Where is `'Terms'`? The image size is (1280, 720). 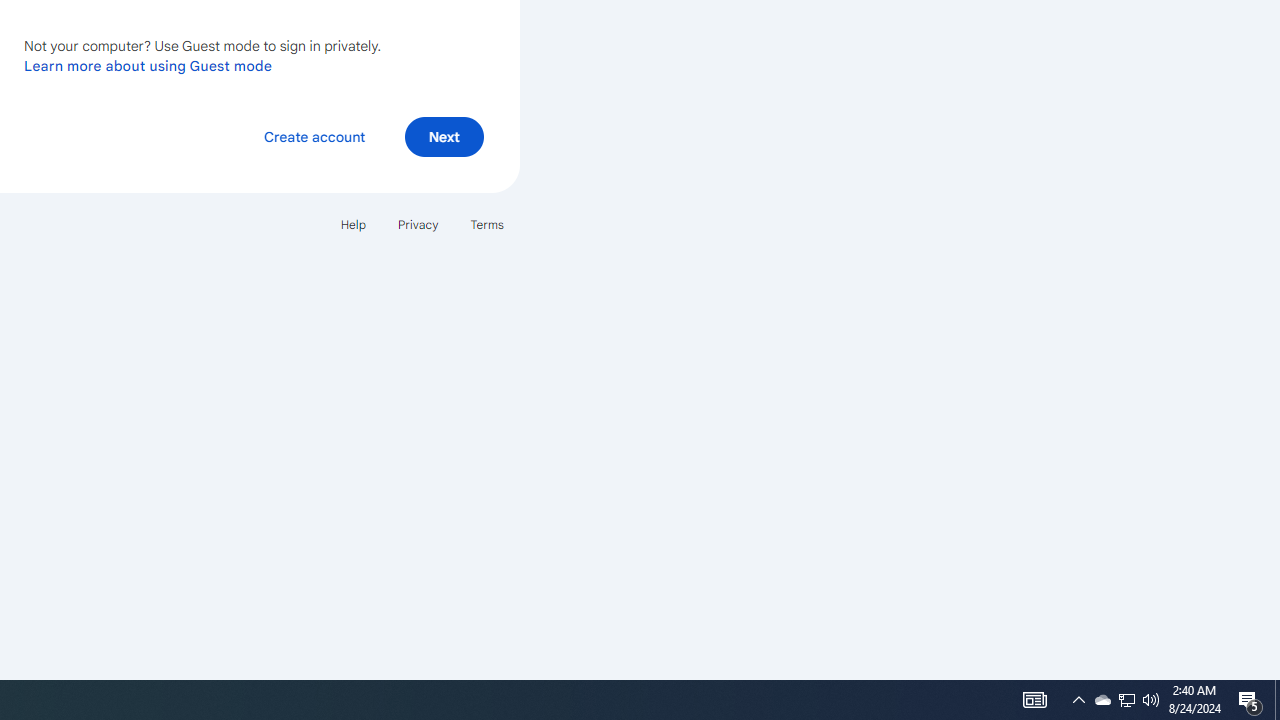
'Terms' is located at coordinates (487, 224).